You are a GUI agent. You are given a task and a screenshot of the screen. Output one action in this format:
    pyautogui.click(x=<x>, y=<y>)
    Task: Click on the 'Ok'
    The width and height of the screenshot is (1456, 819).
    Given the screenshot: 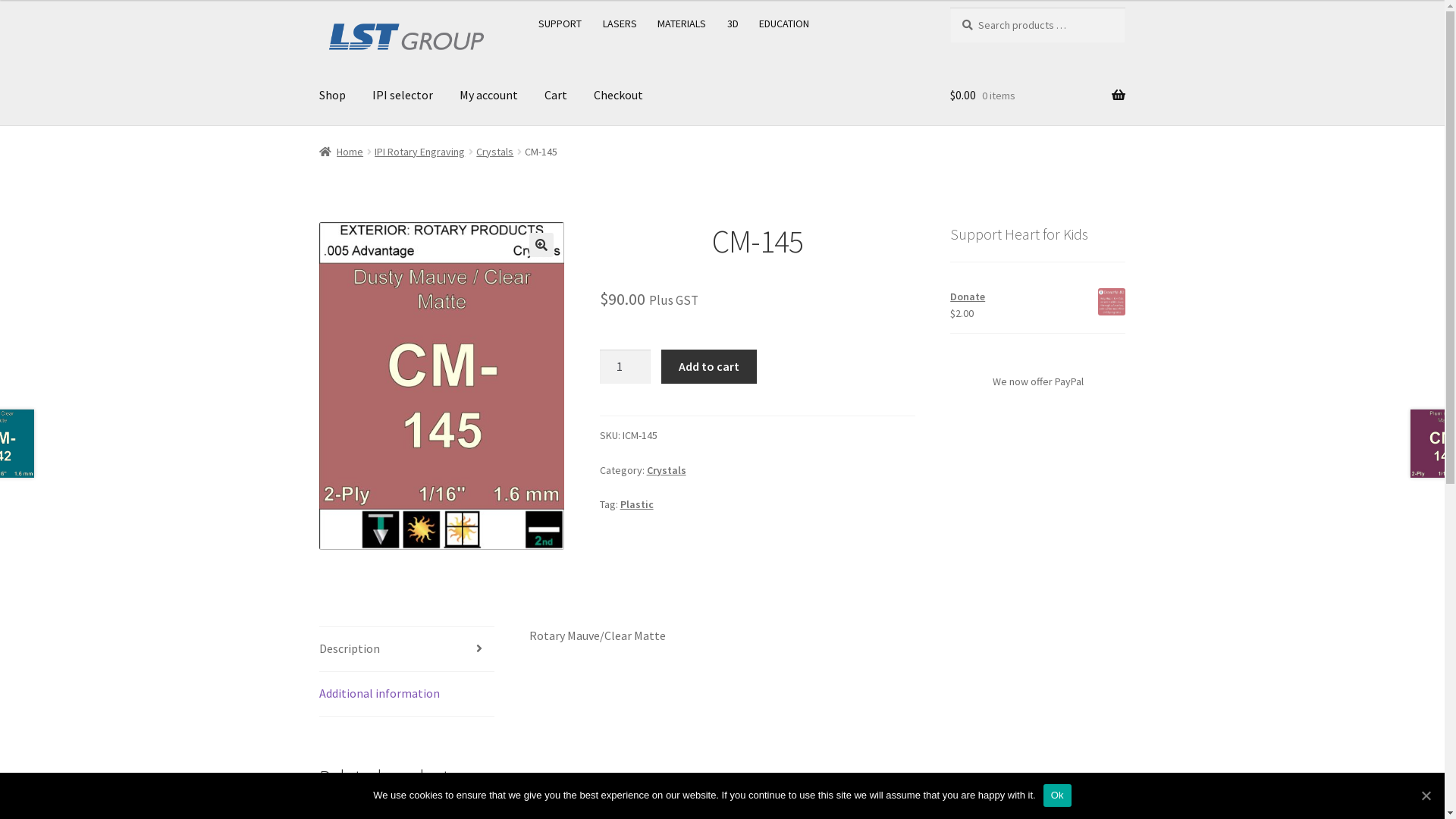 What is the action you would take?
    pyautogui.click(x=1056, y=795)
    